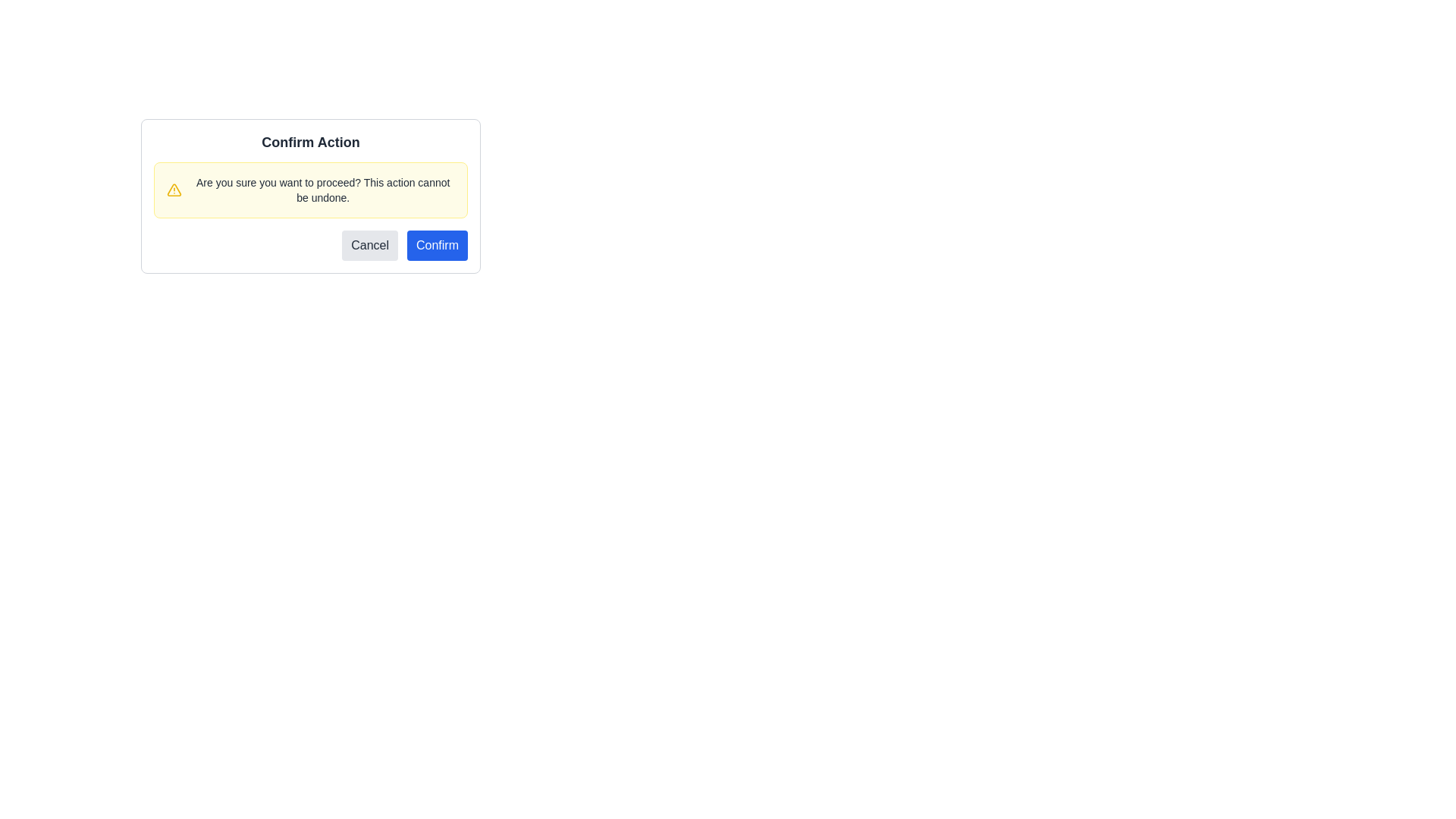  I want to click on the informational message box located below the 'Confirm Action' heading and above the Cancel and Confirm buttons in the modal dialogue box, so click(309, 189).